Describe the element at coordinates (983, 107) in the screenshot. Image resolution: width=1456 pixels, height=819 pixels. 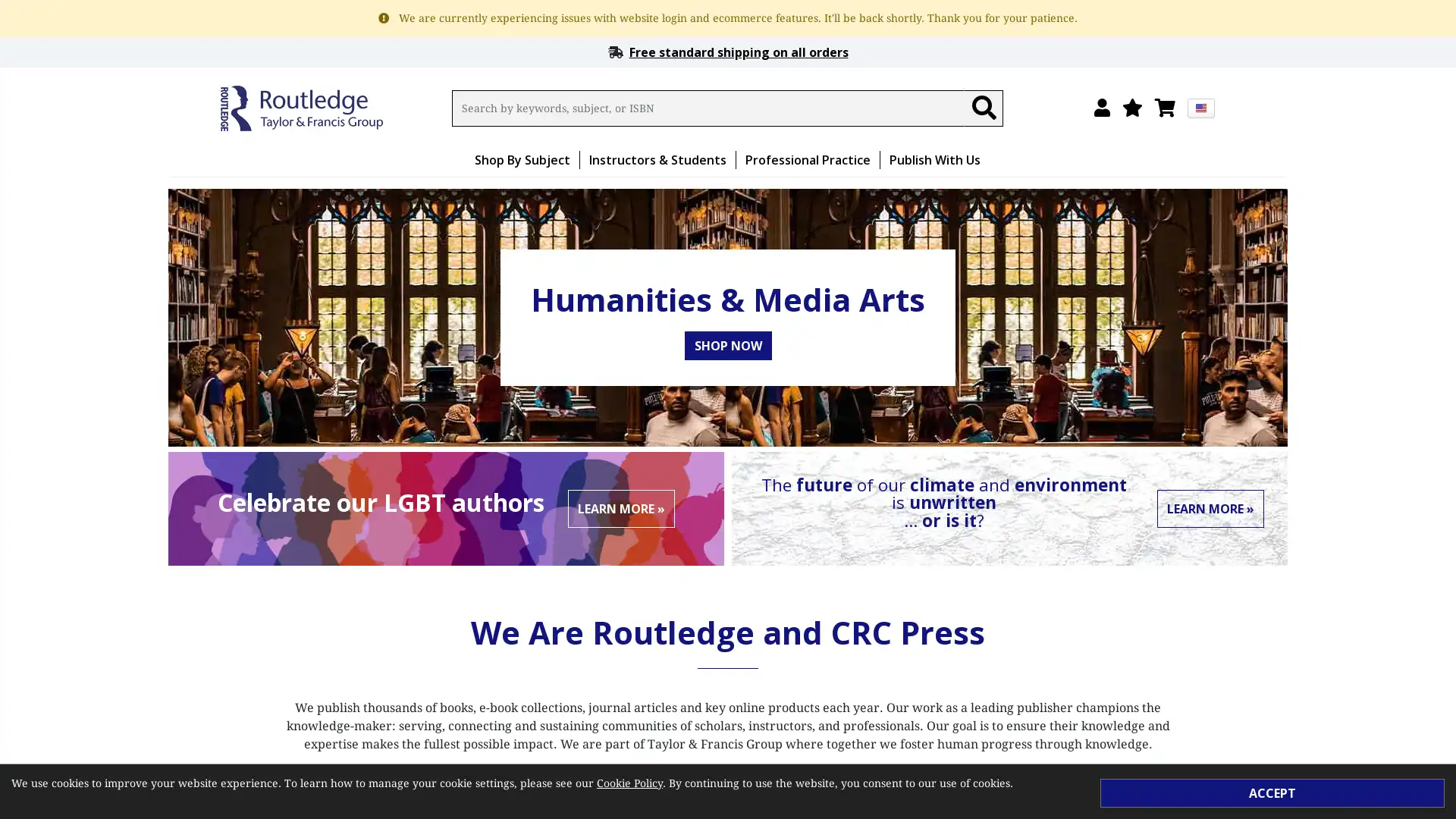
I see `Search` at that location.